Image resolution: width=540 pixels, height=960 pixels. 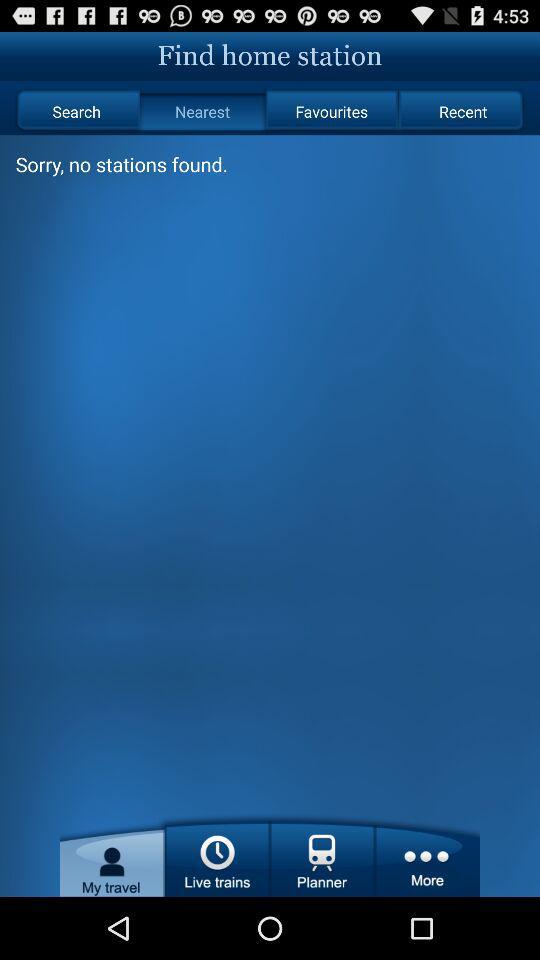 I want to click on the app above the sorry no stations item, so click(x=202, y=111).